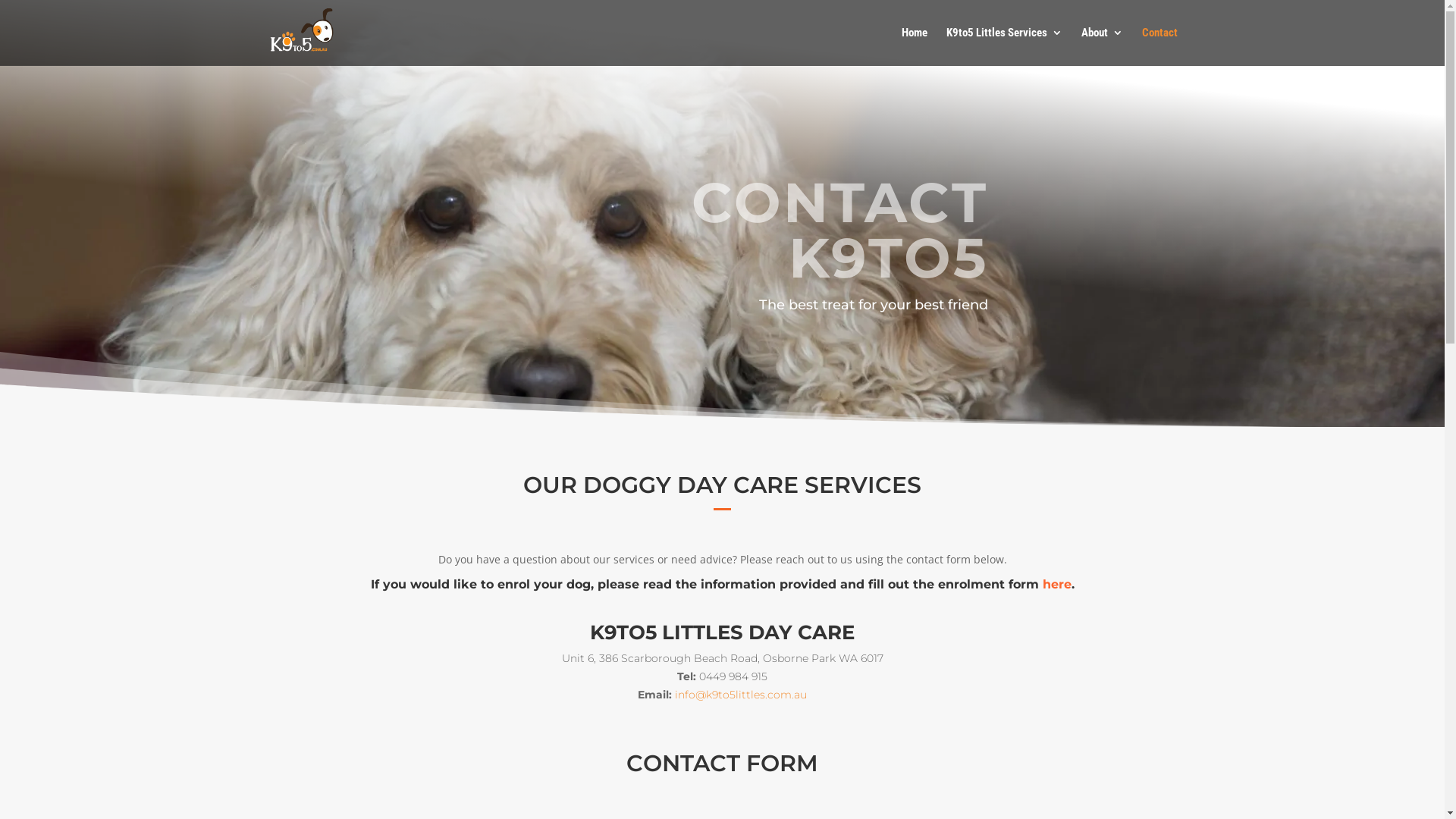  I want to click on 'here', so click(1055, 583).